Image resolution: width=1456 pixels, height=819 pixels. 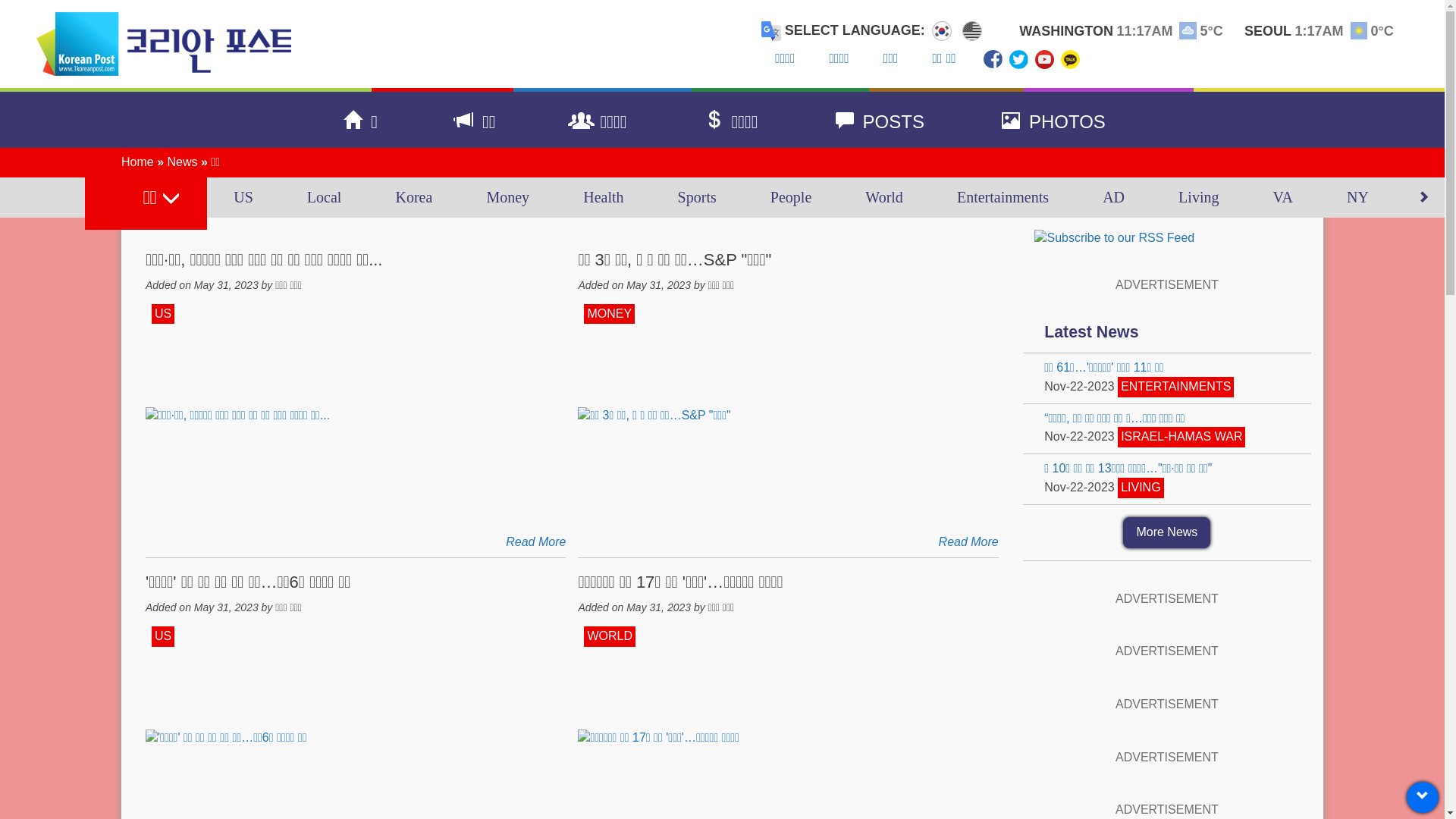 I want to click on 'AD', so click(x=1113, y=197).